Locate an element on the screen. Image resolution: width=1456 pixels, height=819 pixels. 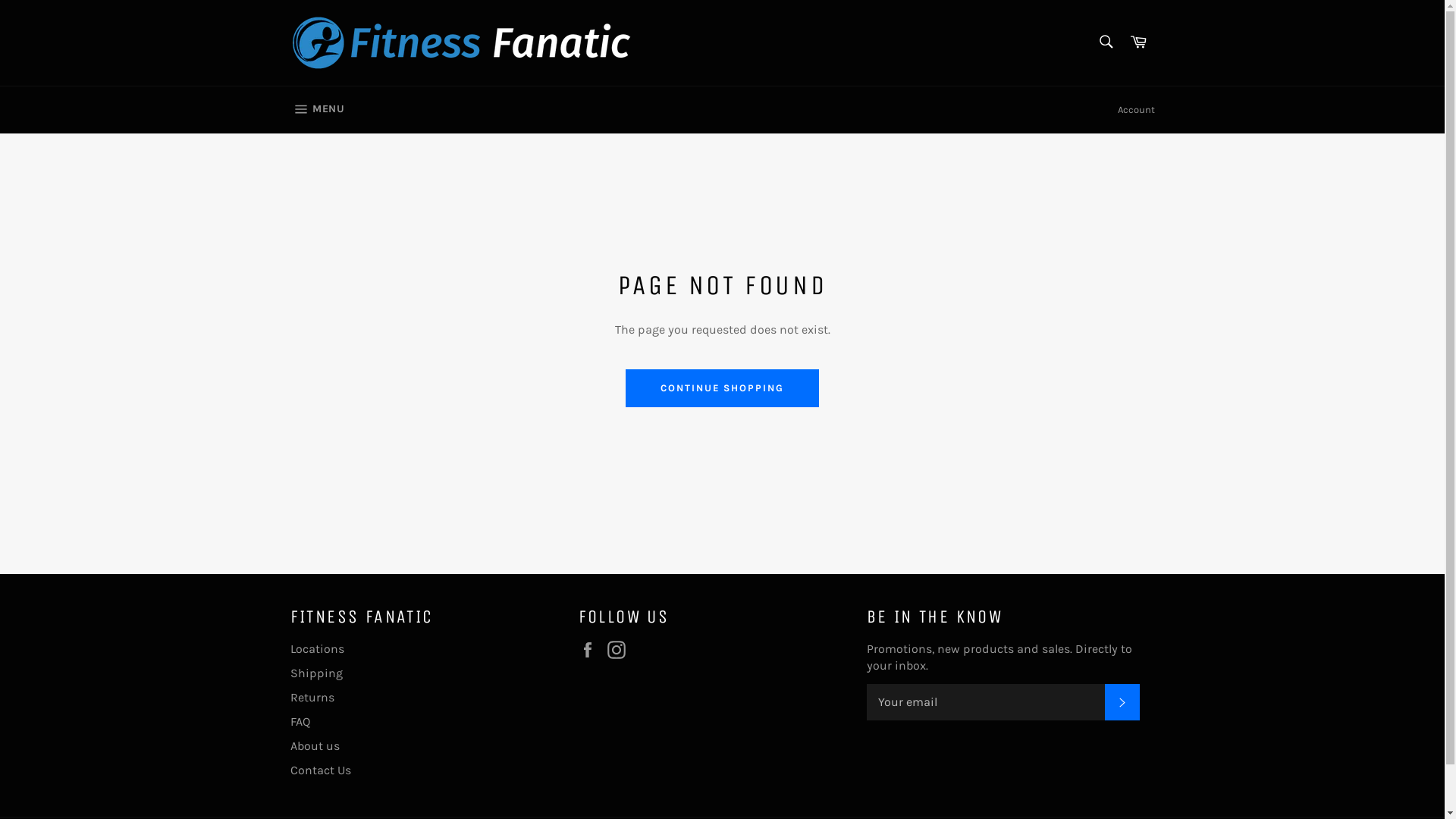
'Account' is located at coordinates (1136, 109).